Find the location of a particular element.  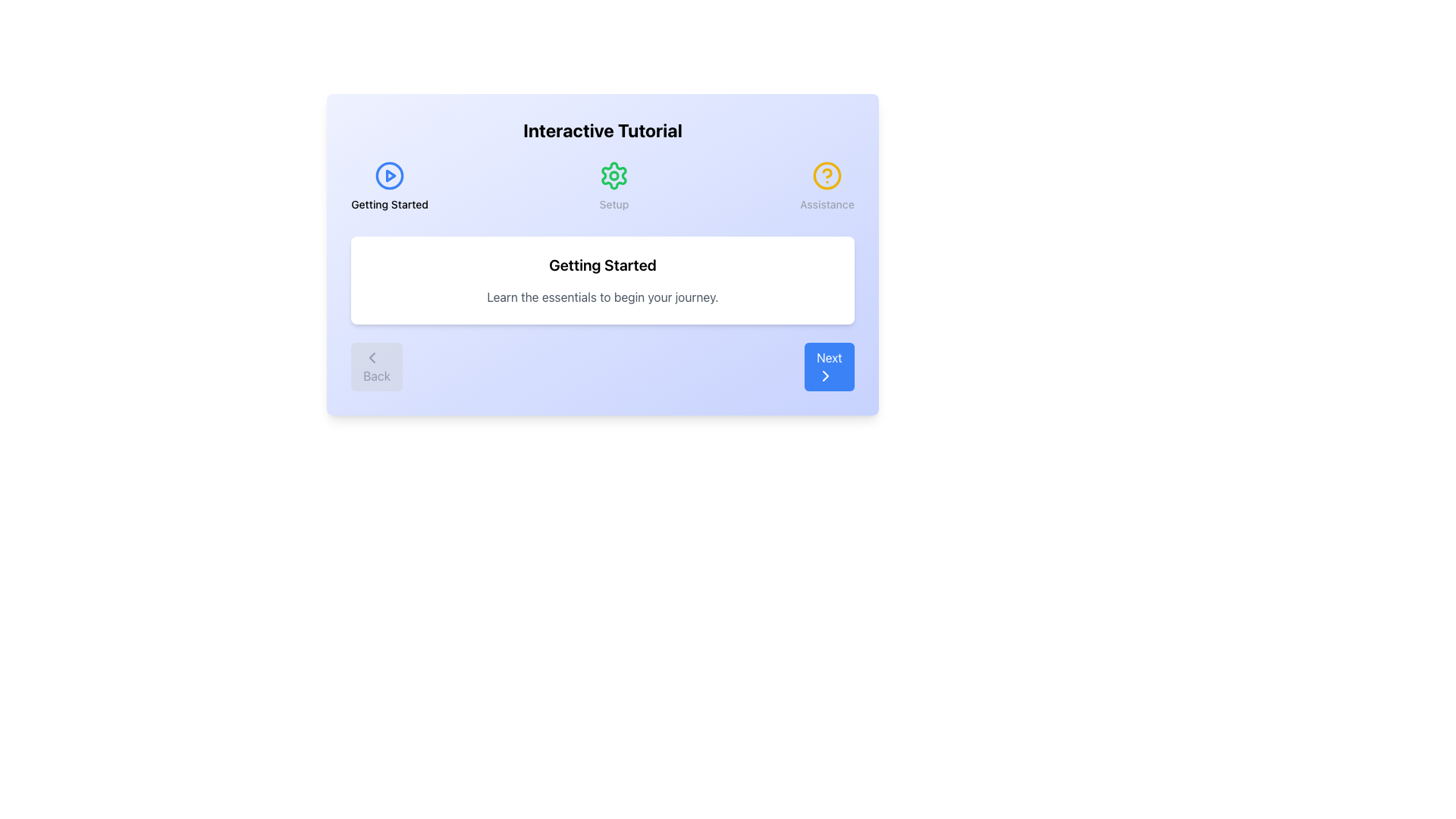

the central circle of the 'Assistance' icon located in the top right corner of the interface, beneath the label 'Assistance' is located at coordinates (826, 174).